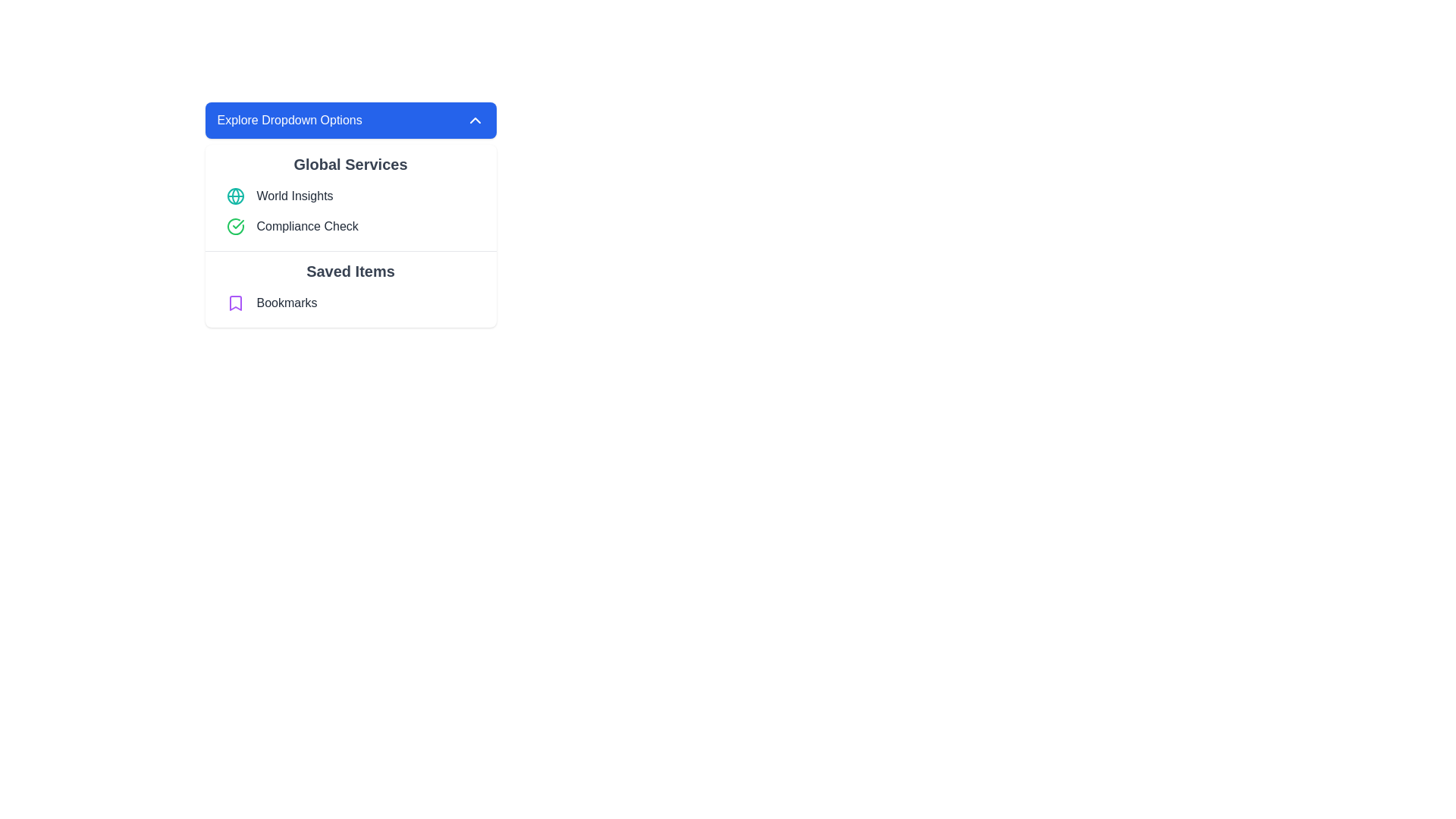 This screenshot has height=819, width=1456. Describe the element at coordinates (294, 195) in the screenshot. I see `the 'World Insights' text label within the 'Global Services' dropdown menu` at that location.